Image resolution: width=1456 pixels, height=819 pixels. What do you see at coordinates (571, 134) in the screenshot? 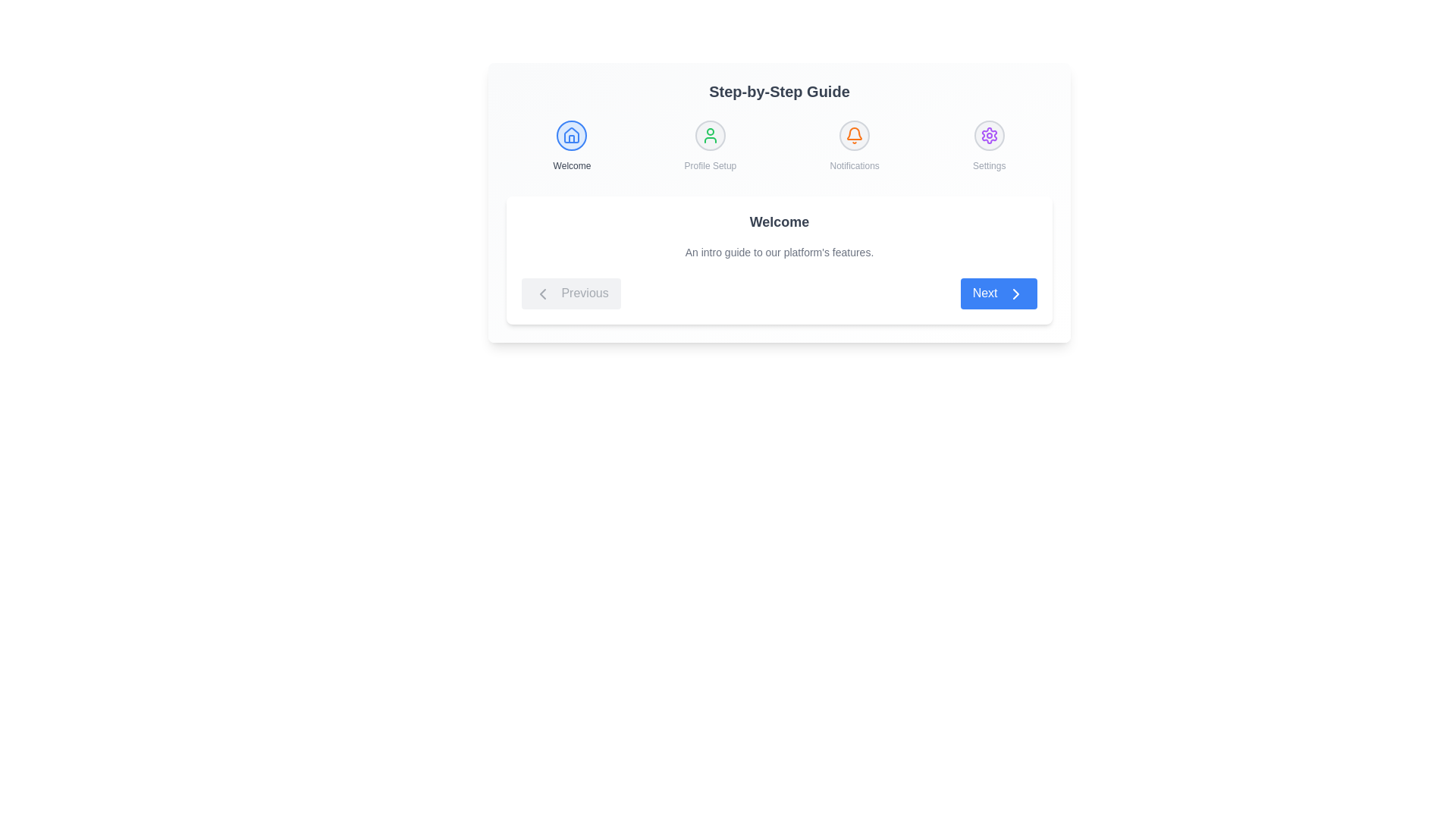
I see `the 'Home' icon located at the top left of the interface` at bounding box center [571, 134].